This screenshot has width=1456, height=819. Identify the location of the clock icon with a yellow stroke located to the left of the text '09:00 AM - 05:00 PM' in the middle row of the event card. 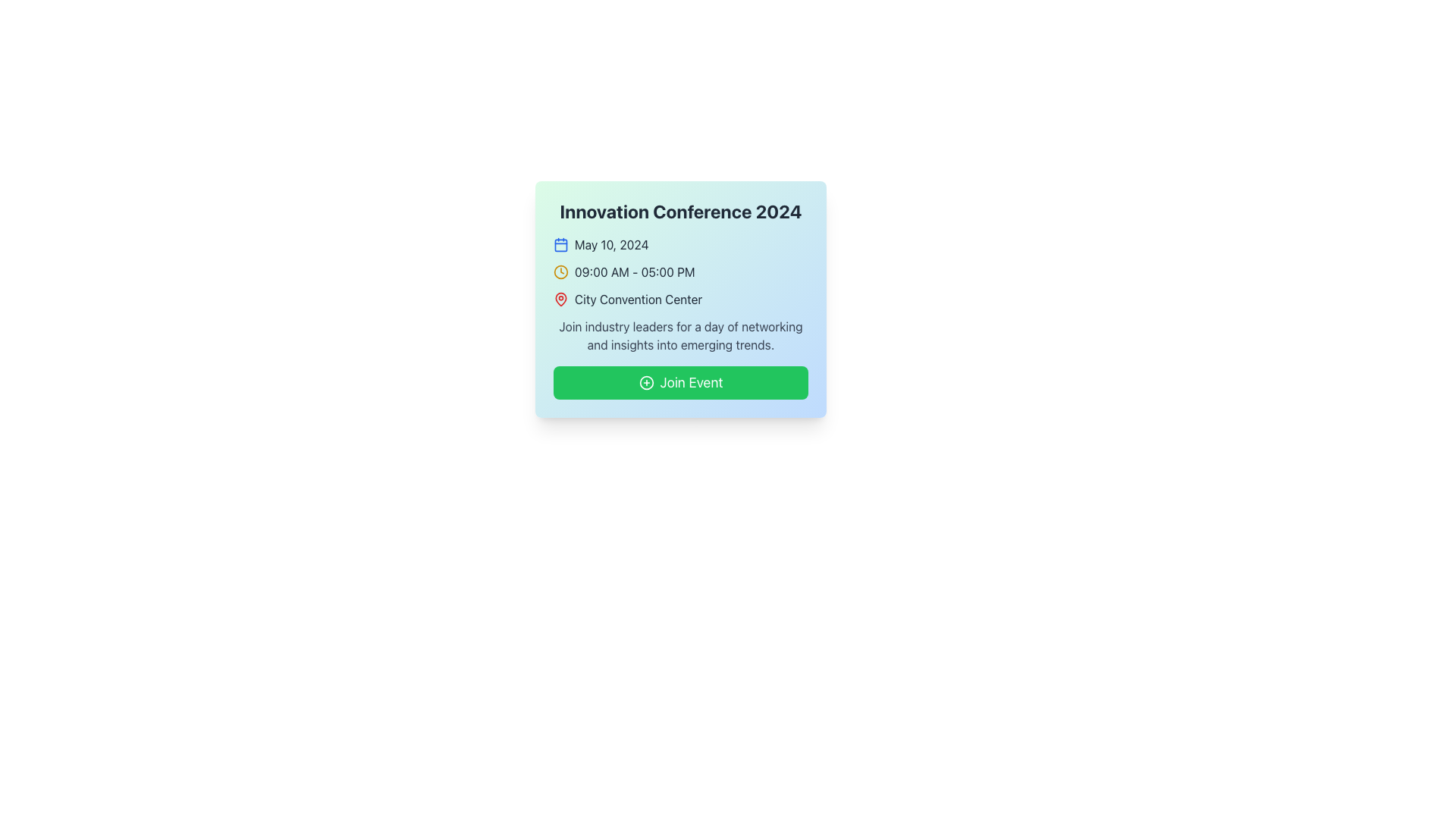
(560, 271).